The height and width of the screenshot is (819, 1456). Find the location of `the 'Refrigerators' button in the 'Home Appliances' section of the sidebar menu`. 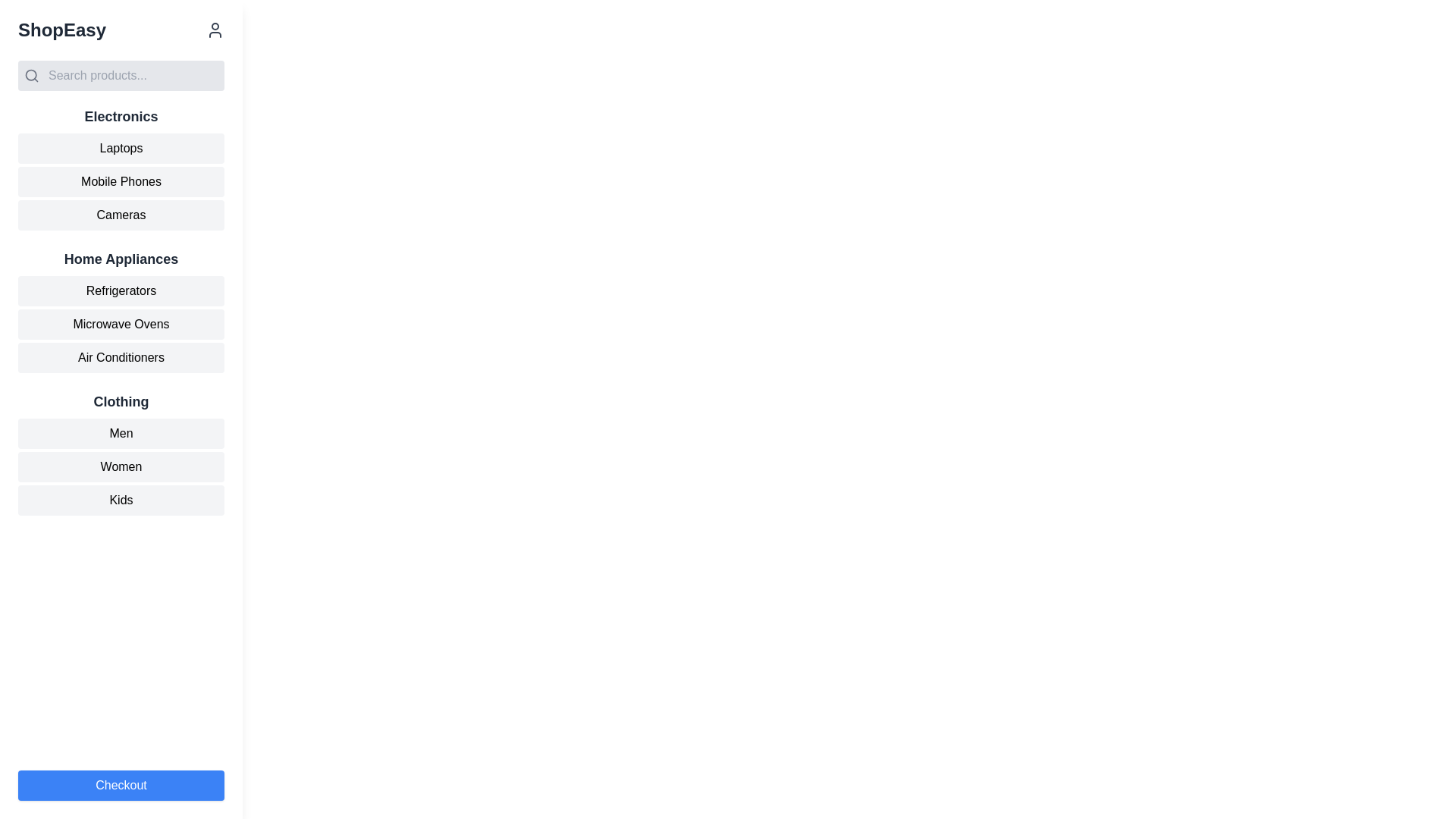

the 'Refrigerators' button in the 'Home Appliances' section of the sidebar menu is located at coordinates (120, 291).